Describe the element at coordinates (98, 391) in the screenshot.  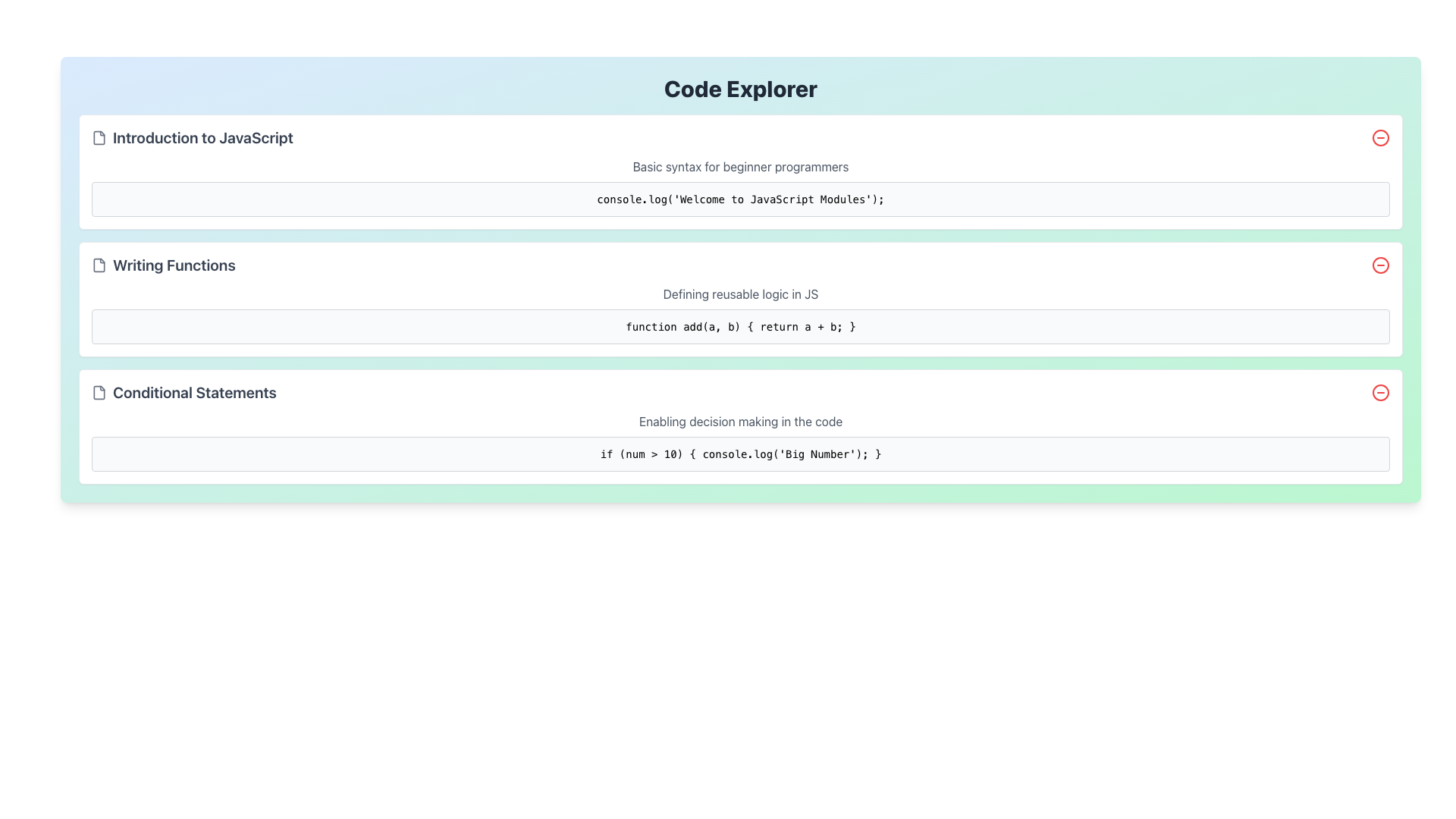
I see `the file or document icon representing the 'Conditional Statements' entry, which is located to the left of the text in the third section of the list` at that location.